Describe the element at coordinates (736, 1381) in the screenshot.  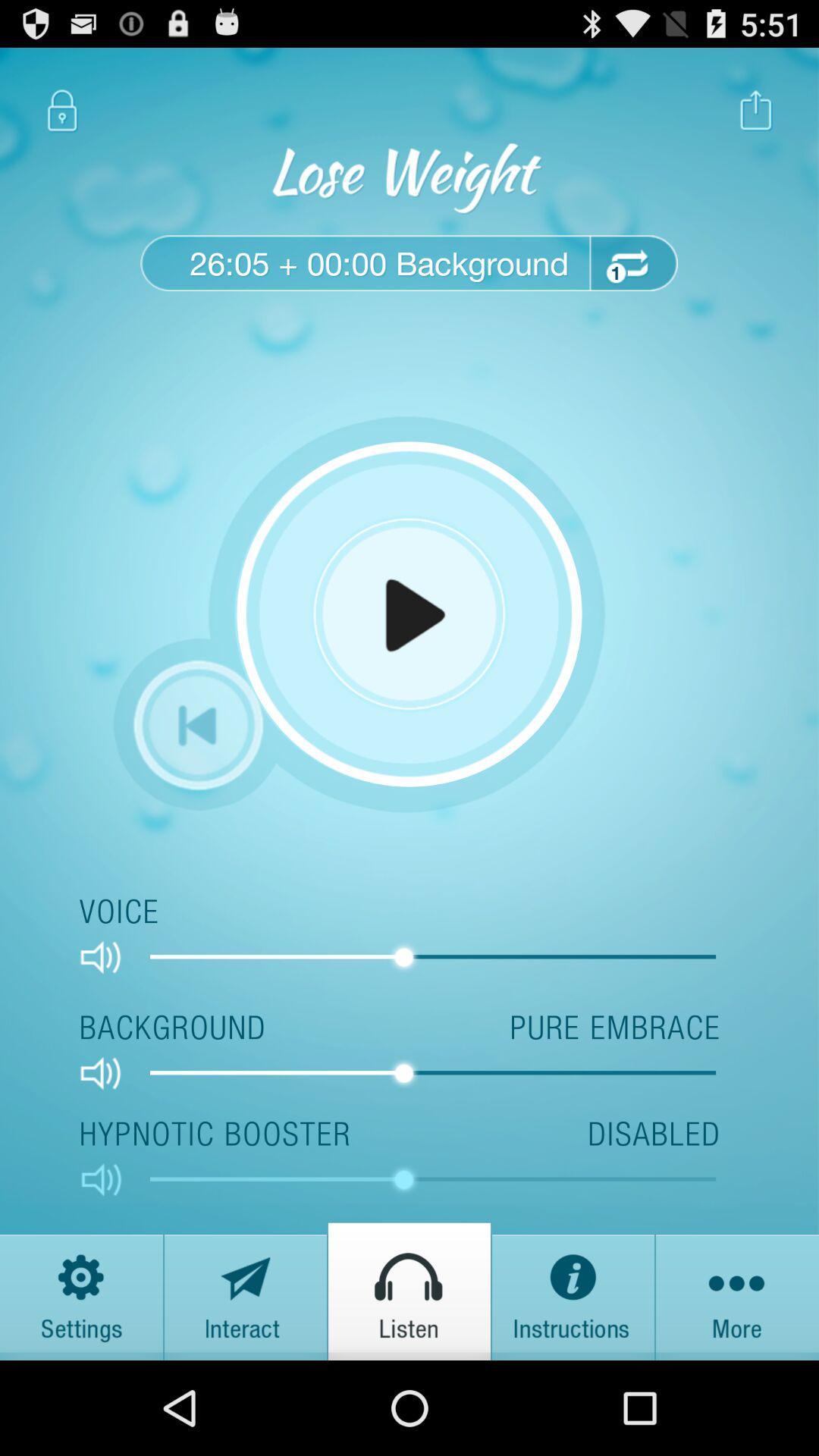
I see `the more icon` at that location.